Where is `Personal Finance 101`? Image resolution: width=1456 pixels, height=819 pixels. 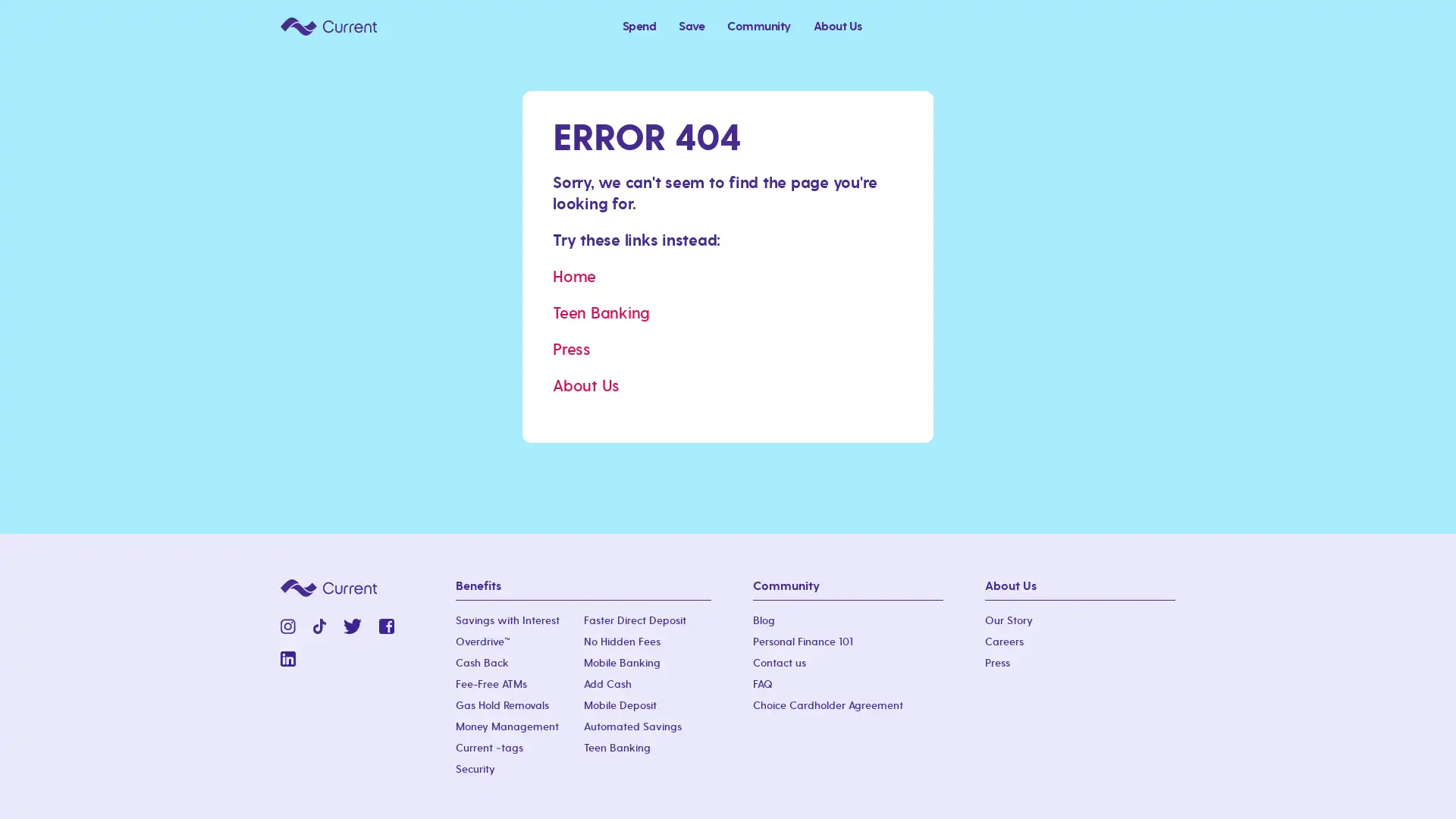
Personal Finance 101 is located at coordinates (802, 642).